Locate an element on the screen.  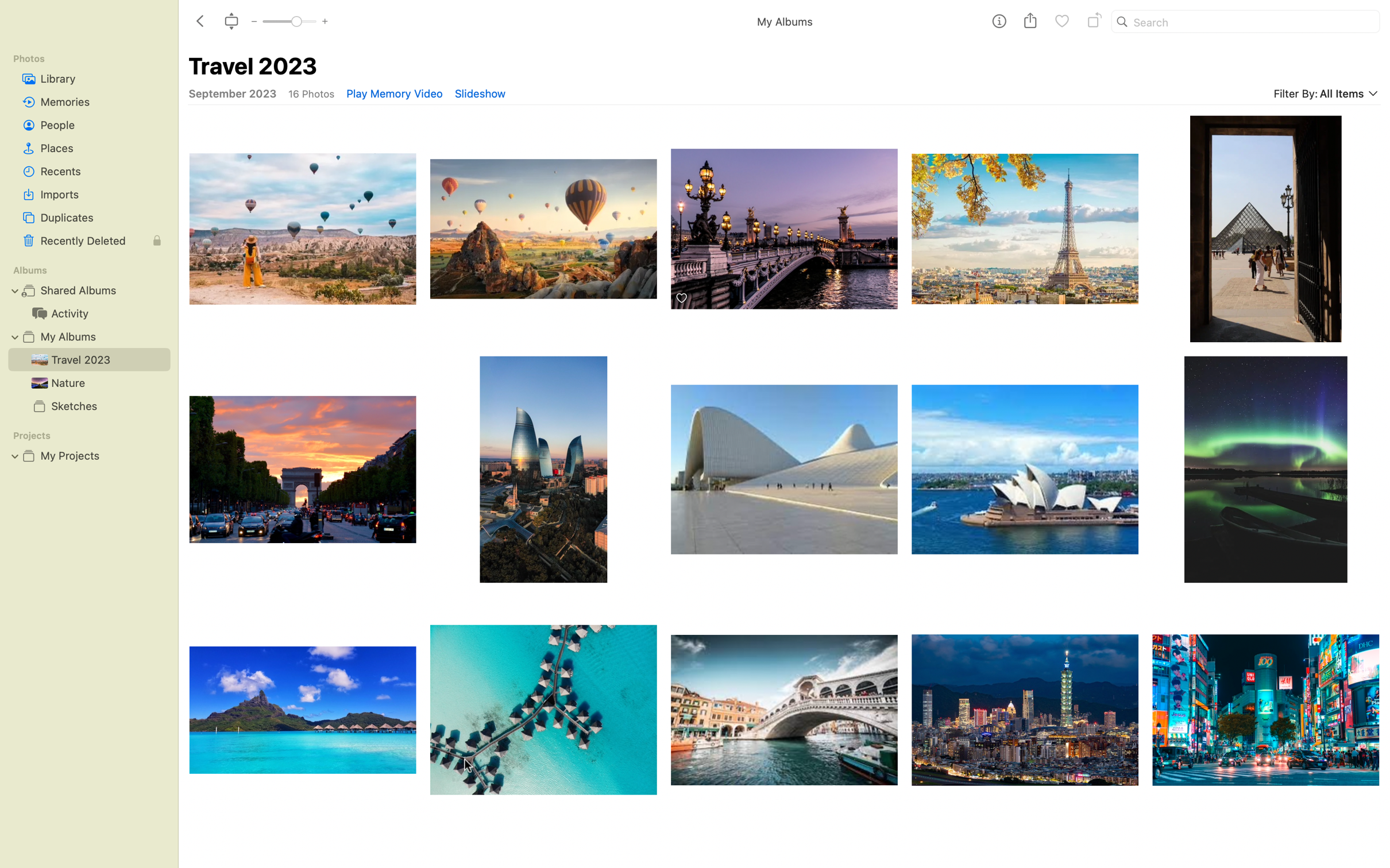
Rotate picture of arc de triomphe thrice is located at coordinates (300, 470).